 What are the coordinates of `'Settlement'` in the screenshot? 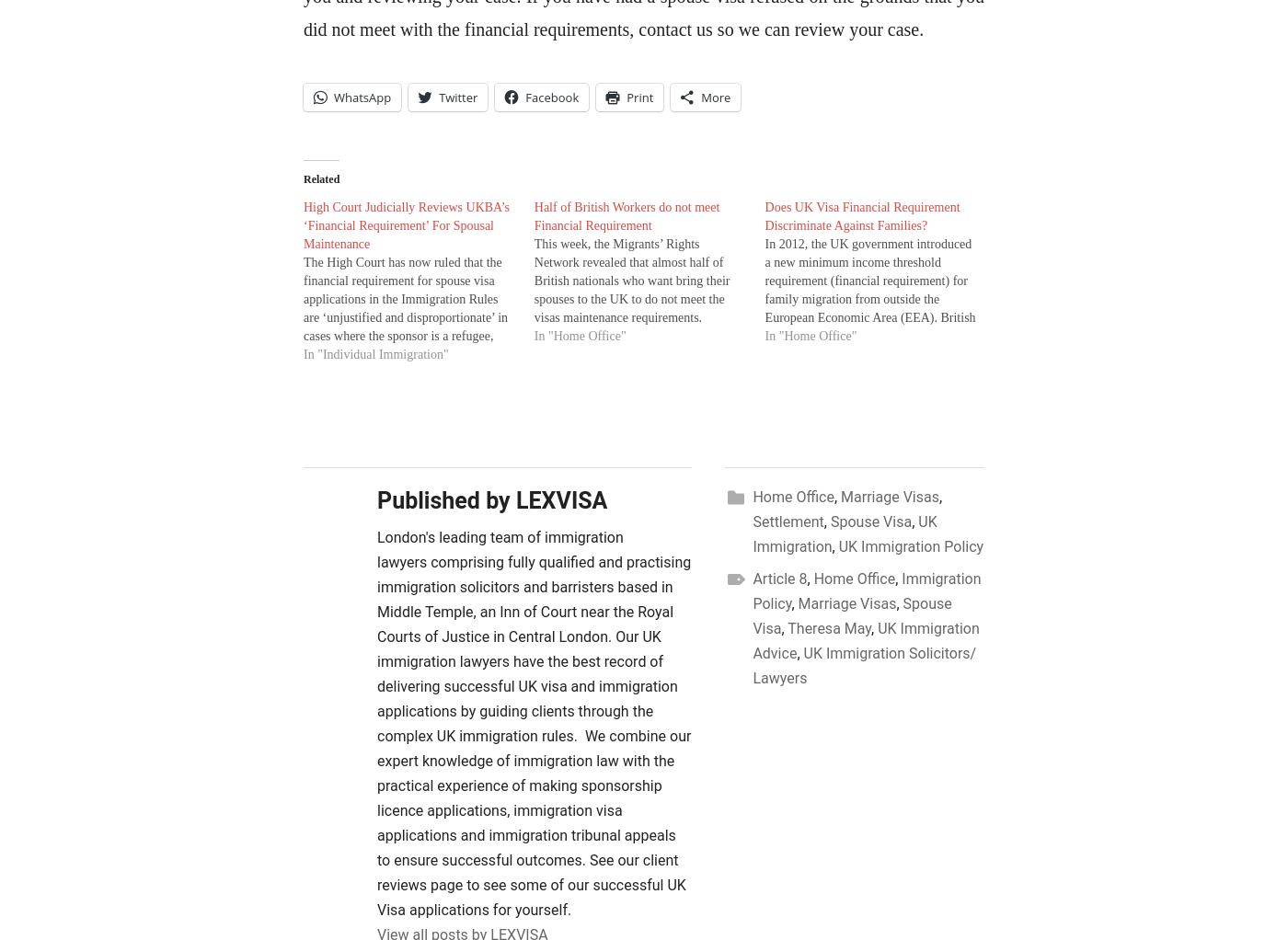 It's located at (788, 522).